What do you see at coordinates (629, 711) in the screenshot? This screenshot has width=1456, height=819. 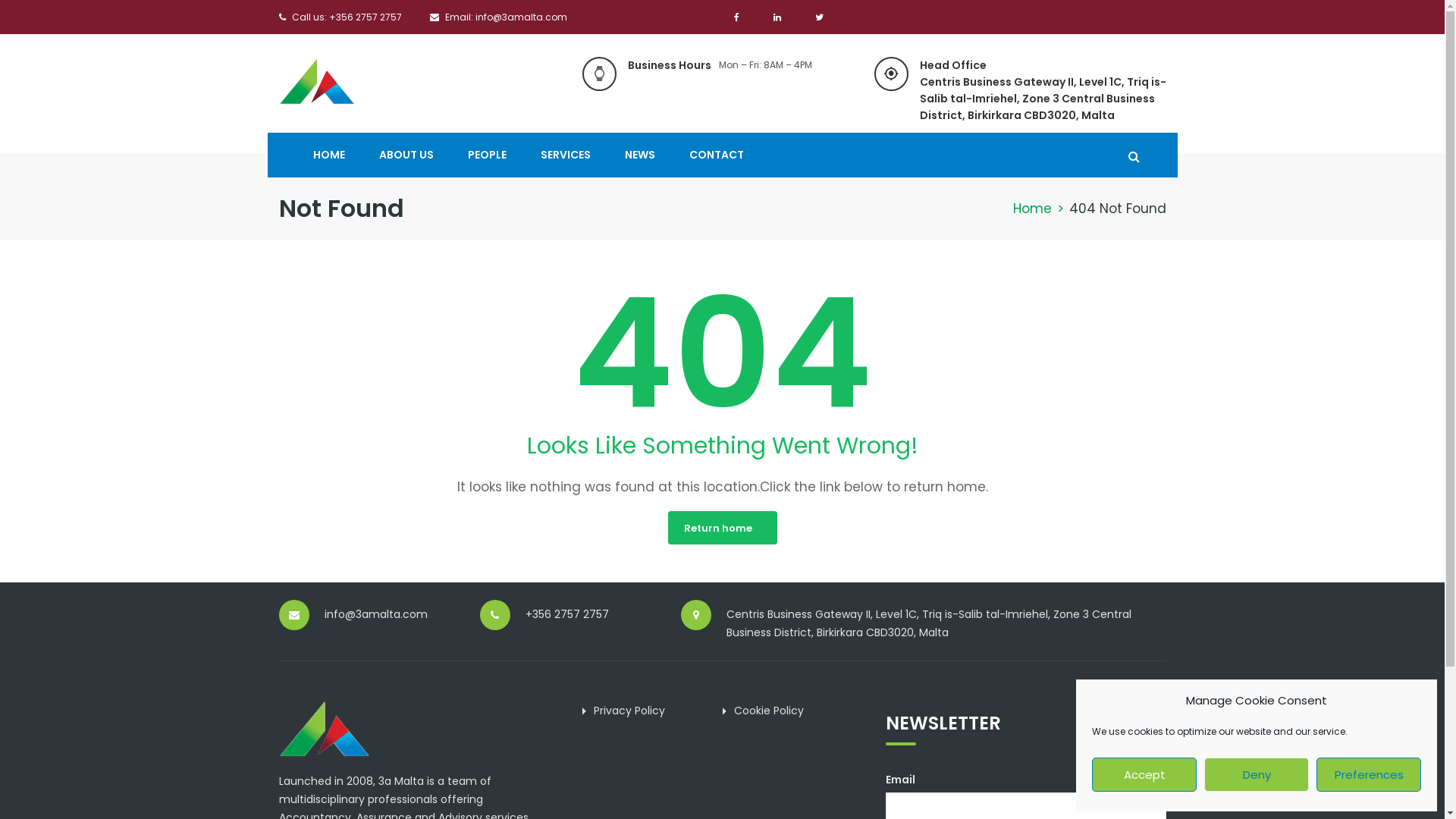 I see `'Privacy Policy'` at bounding box center [629, 711].